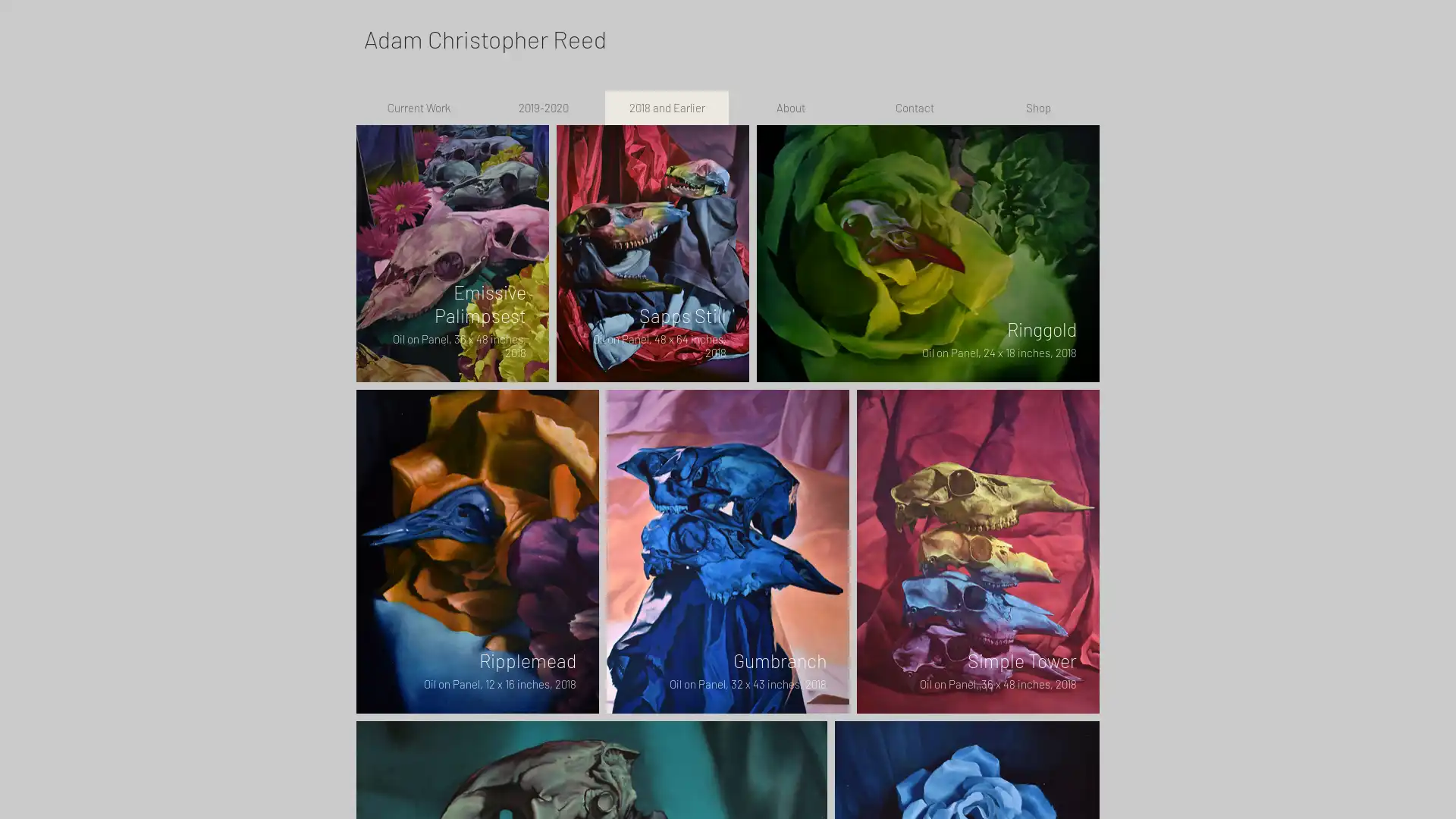 This screenshot has height=819, width=1456. Describe the element at coordinates (728, 551) in the screenshot. I see `Gumbranch` at that location.